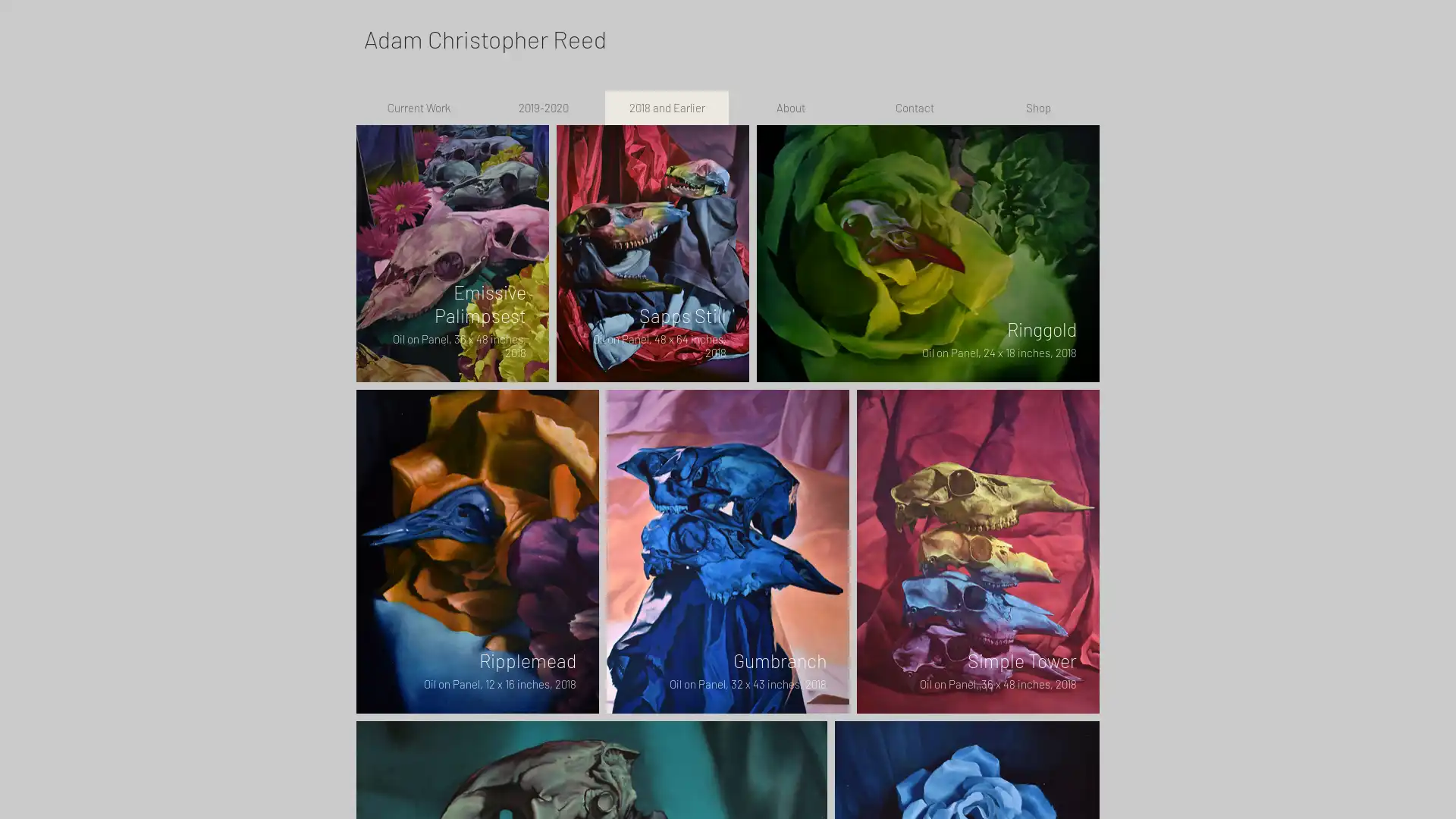 This screenshot has height=819, width=1456. Describe the element at coordinates (728, 551) in the screenshot. I see `Gumbranch` at that location.